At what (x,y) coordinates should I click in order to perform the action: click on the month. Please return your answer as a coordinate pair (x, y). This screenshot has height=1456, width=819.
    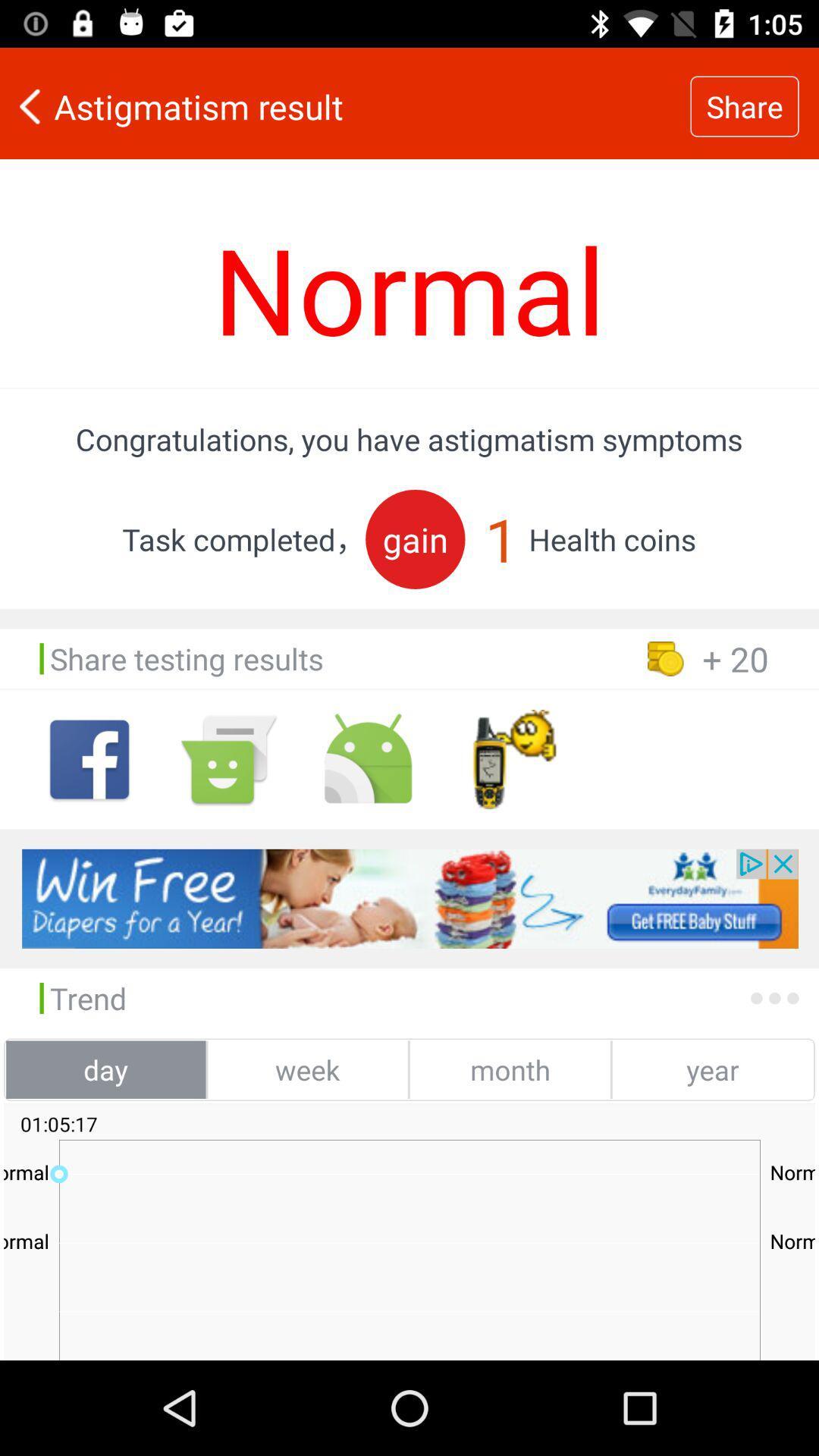
    Looking at the image, I should click on (510, 1068).